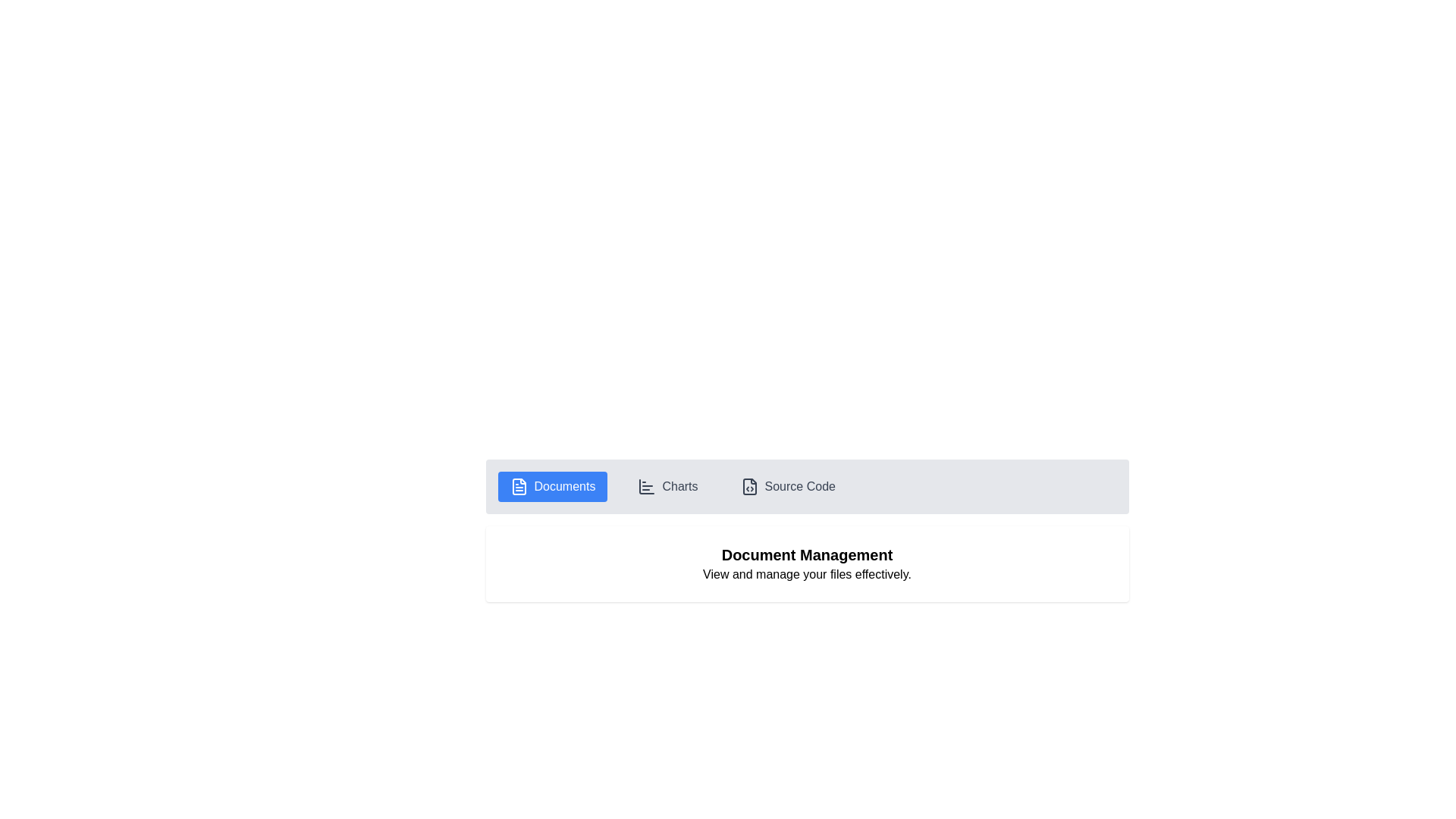  I want to click on the document icon with a blue background and white lines, located on the left side of the 'Documents' button, so click(519, 486).